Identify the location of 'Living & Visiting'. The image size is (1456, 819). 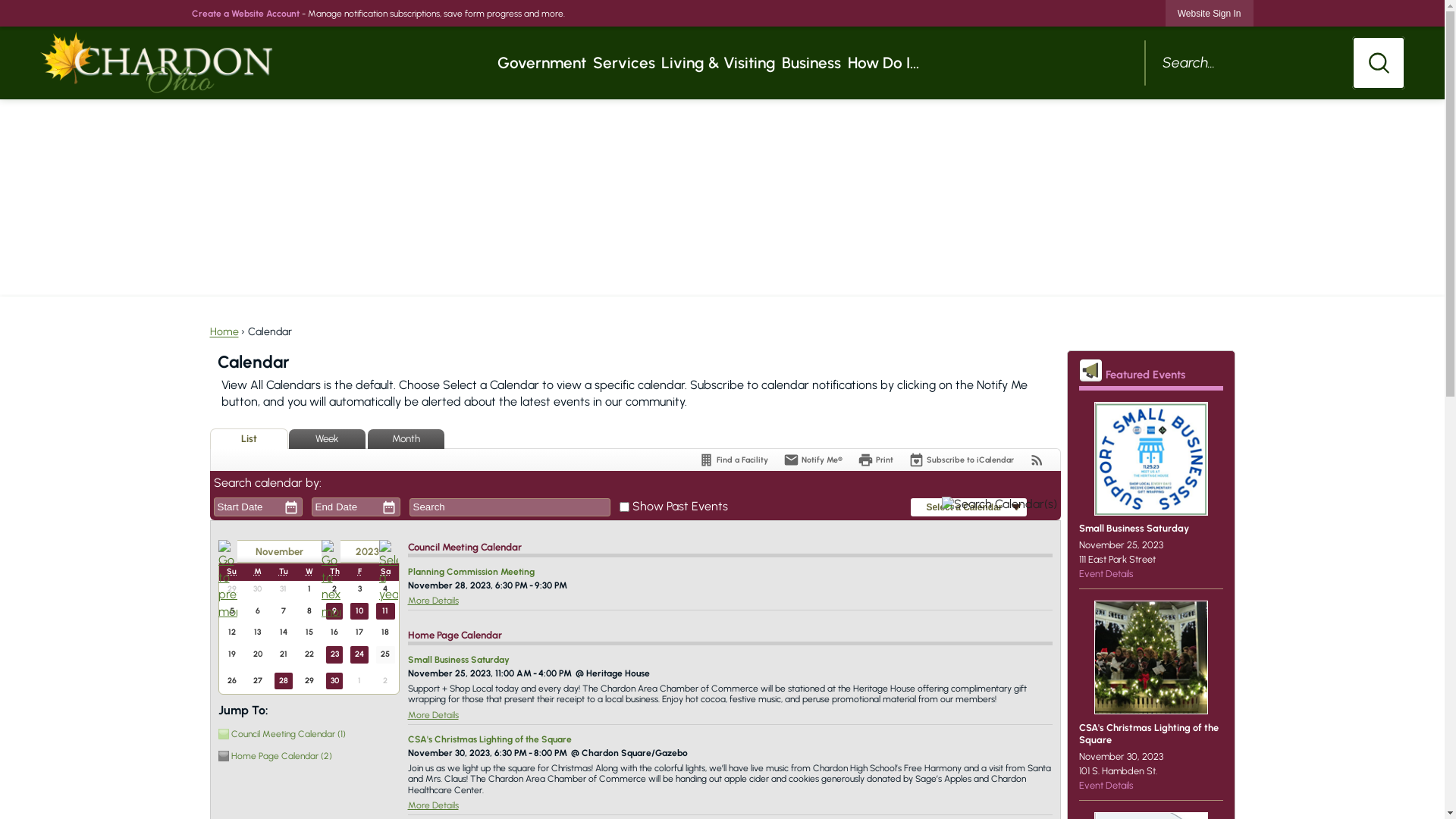
(717, 62).